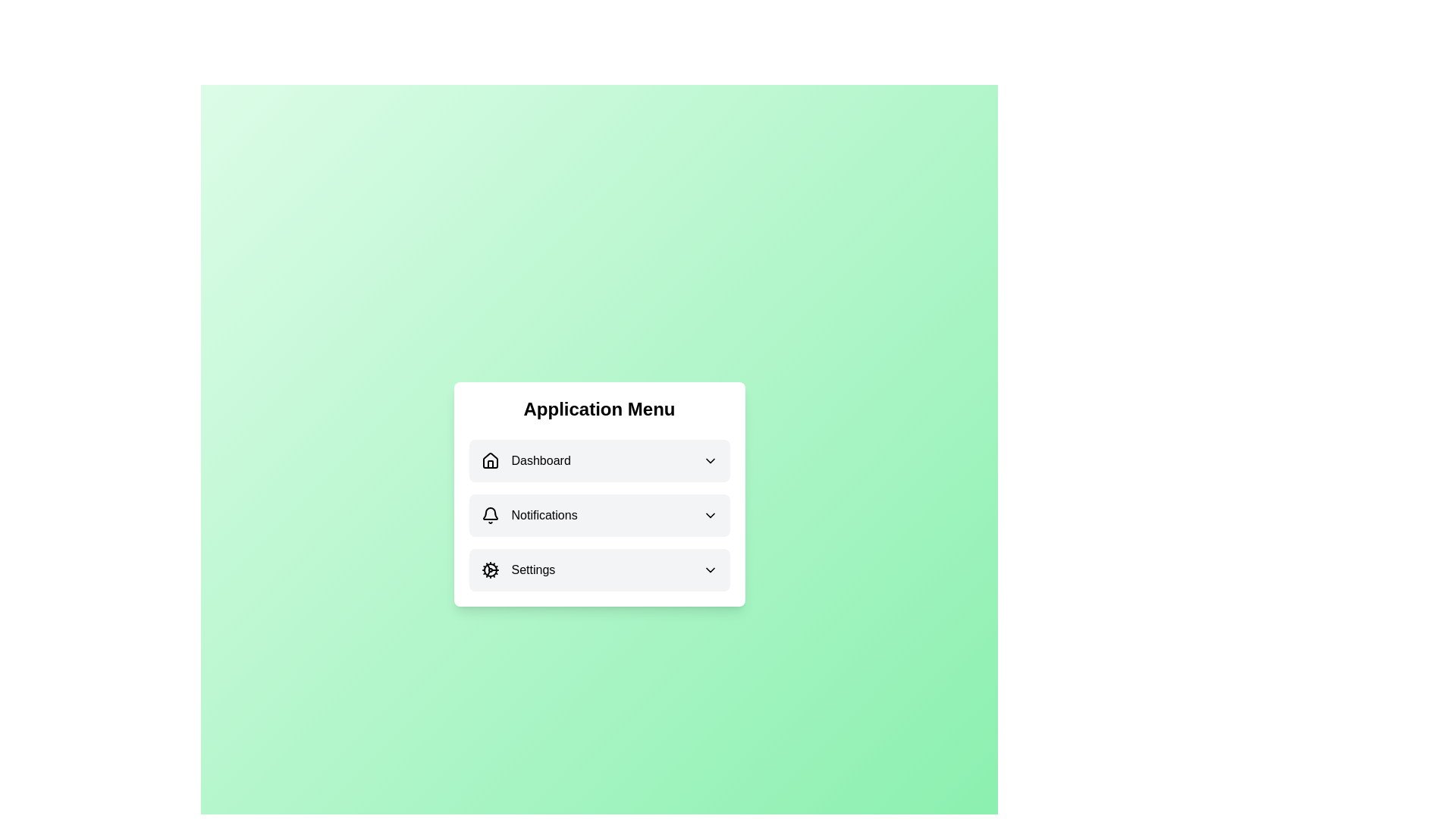  What do you see at coordinates (709, 514) in the screenshot?
I see `the icon at the far-right end of the 'Notifications' label` at bounding box center [709, 514].